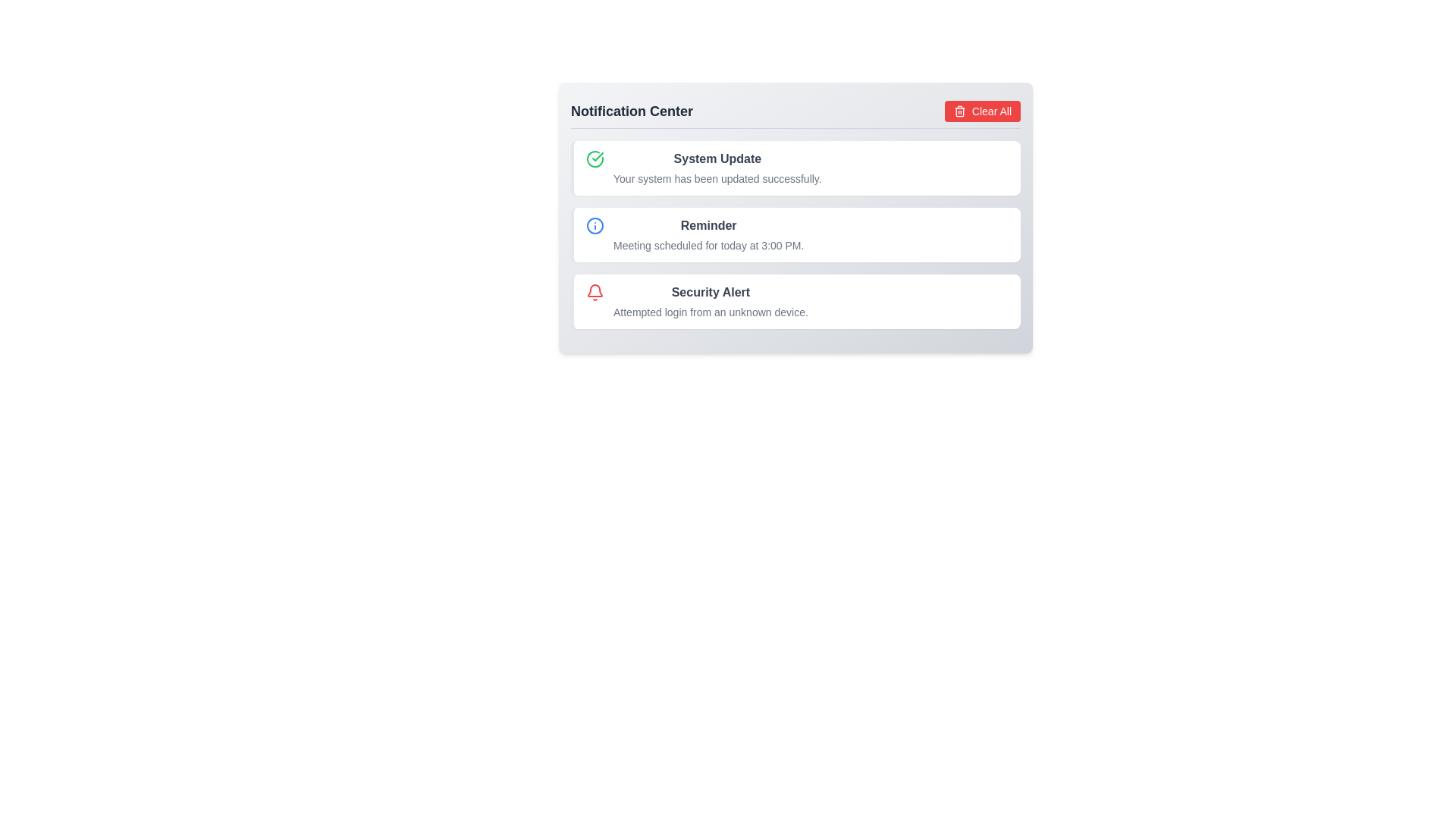 The width and height of the screenshot is (1456, 819). Describe the element at coordinates (717, 177) in the screenshot. I see `static text label that states 'Your system has been updated successfully.' located within the first notification block below the header 'System Update'` at that location.